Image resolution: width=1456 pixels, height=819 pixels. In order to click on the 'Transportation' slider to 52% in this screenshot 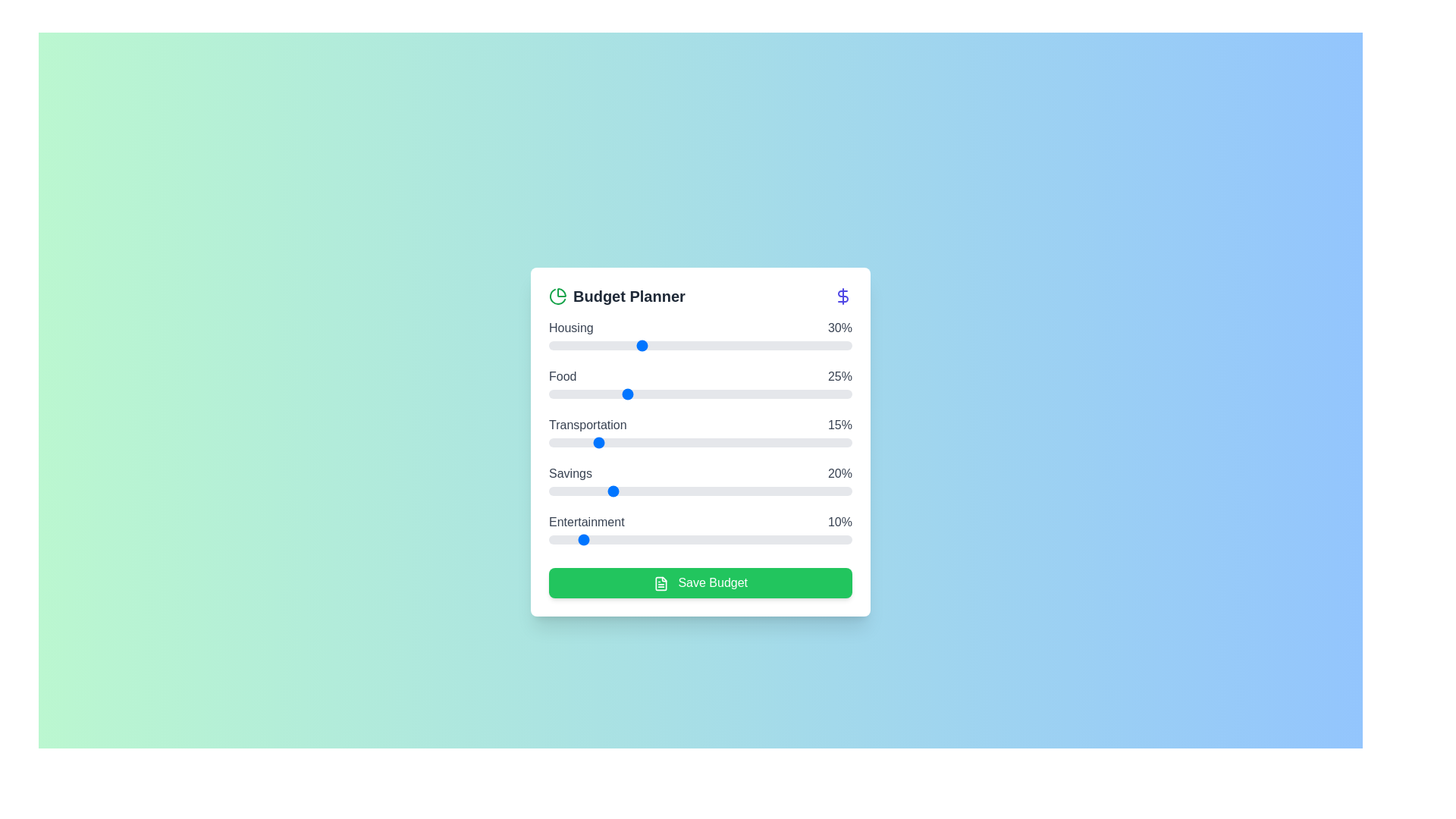, I will do `click(705, 442)`.